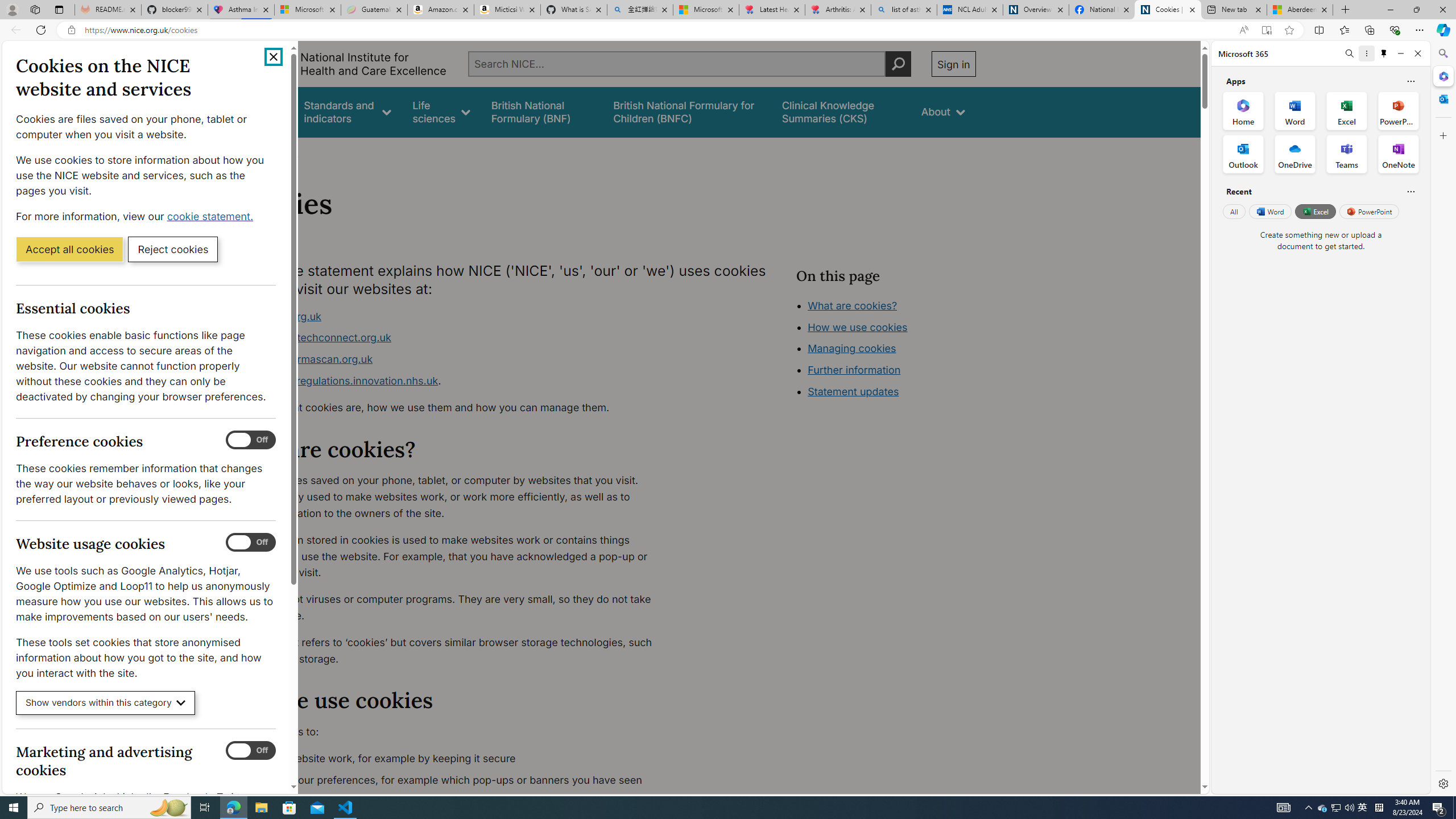 Image resolution: width=1456 pixels, height=819 pixels. What do you see at coordinates (246, 152) in the screenshot?
I see `'Home>'` at bounding box center [246, 152].